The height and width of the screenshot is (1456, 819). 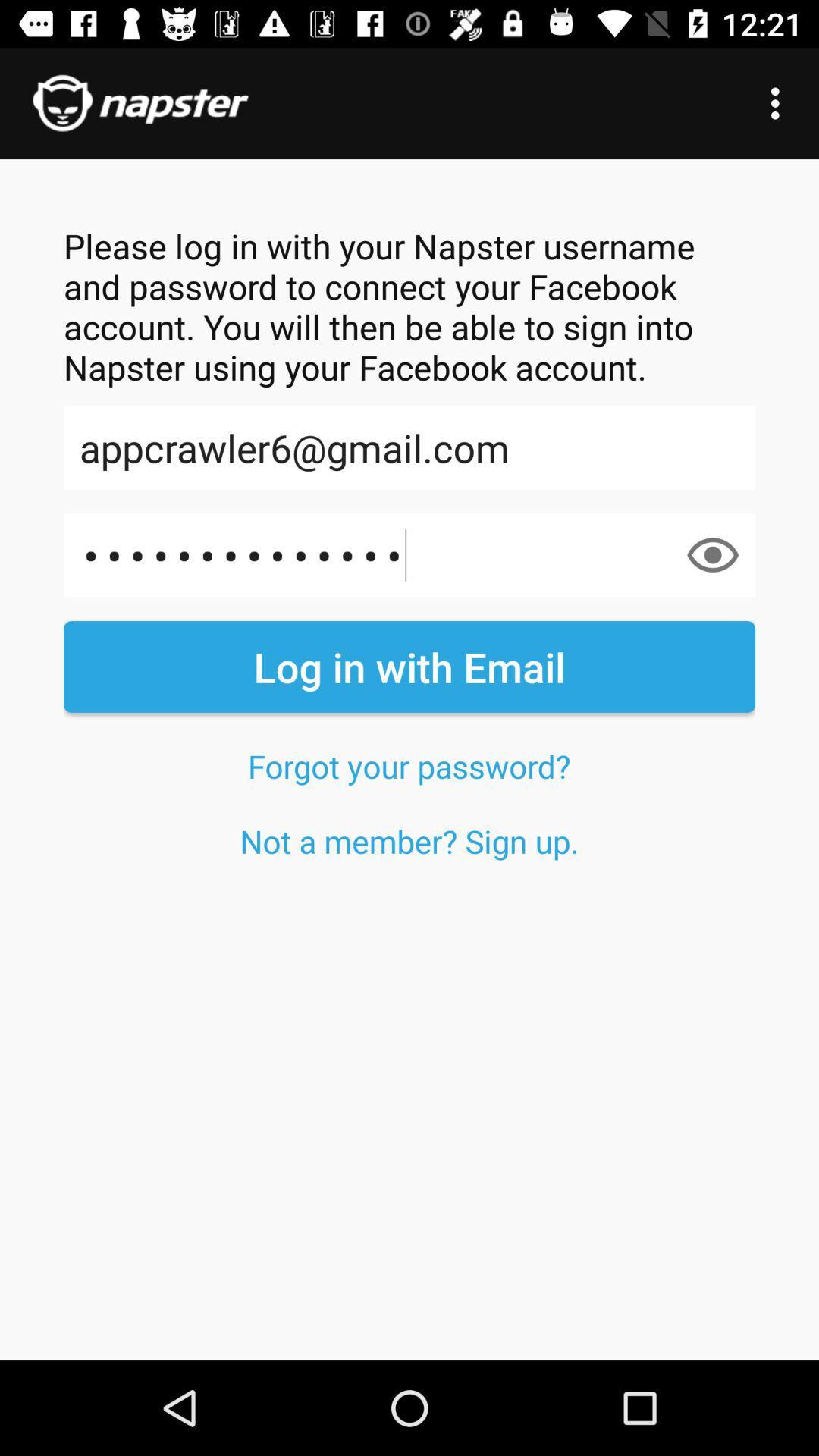 What do you see at coordinates (409, 447) in the screenshot?
I see `appcrawler6@gmail.com item` at bounding box center [409, 447].